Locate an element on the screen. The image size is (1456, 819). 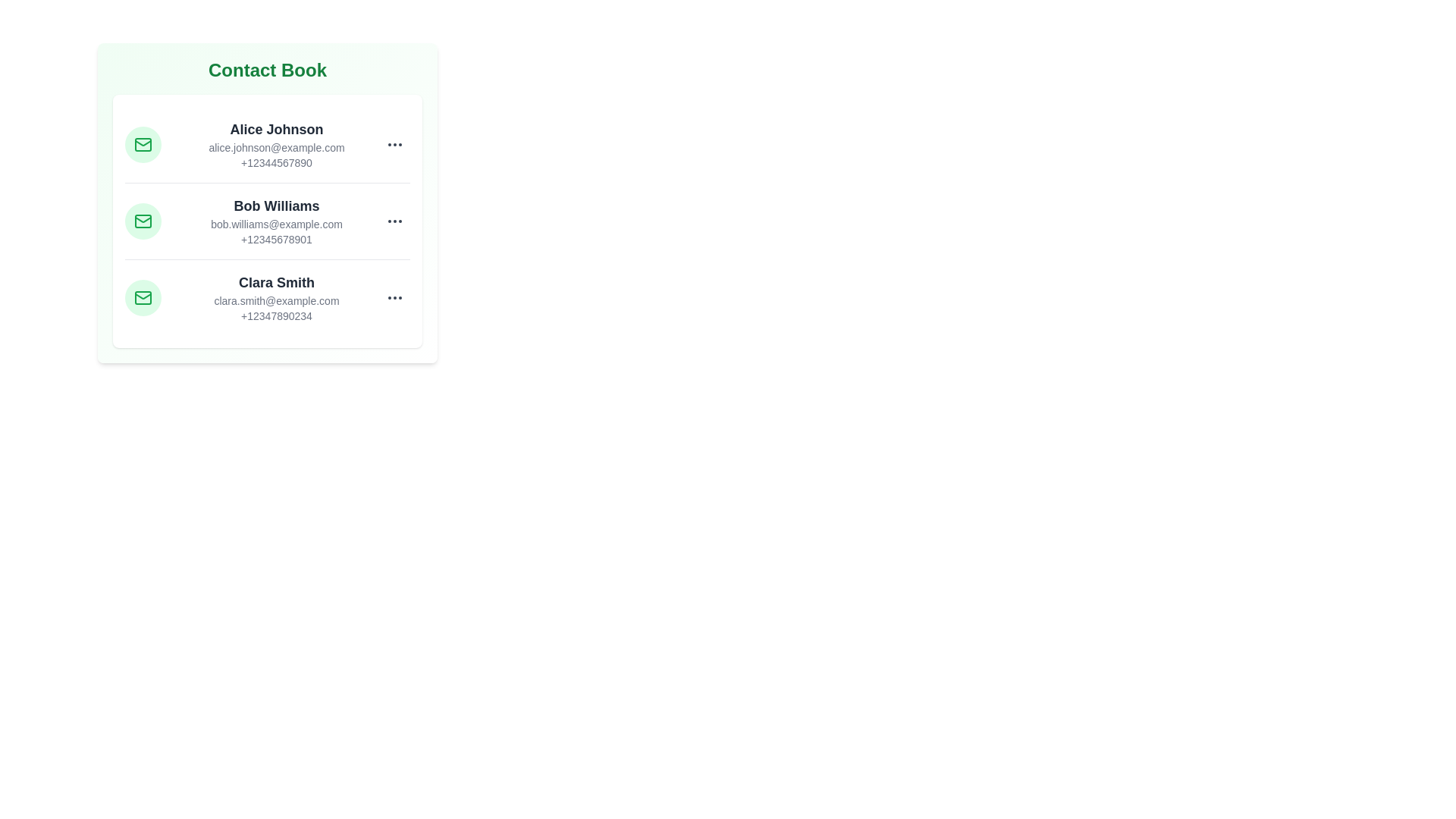
mail icon for the contact Bob Williams to highlight it is located at coordinates (143, 221).